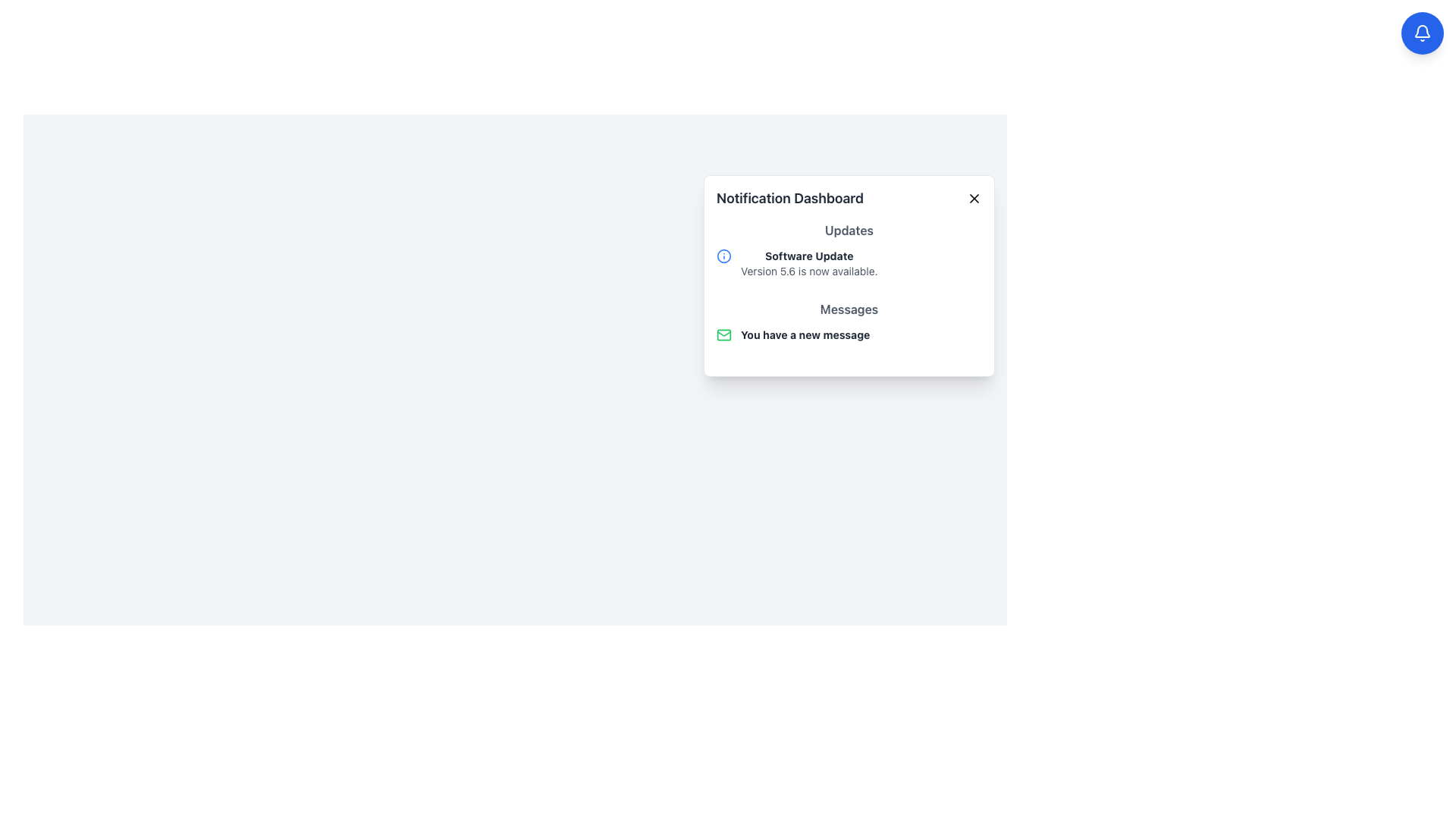 The image size is (1456, 819). Describe the element at coordinates (1422, 33) in the screenshot. I see `the bell notification icon located in the top-right corner of the interface` at that location.